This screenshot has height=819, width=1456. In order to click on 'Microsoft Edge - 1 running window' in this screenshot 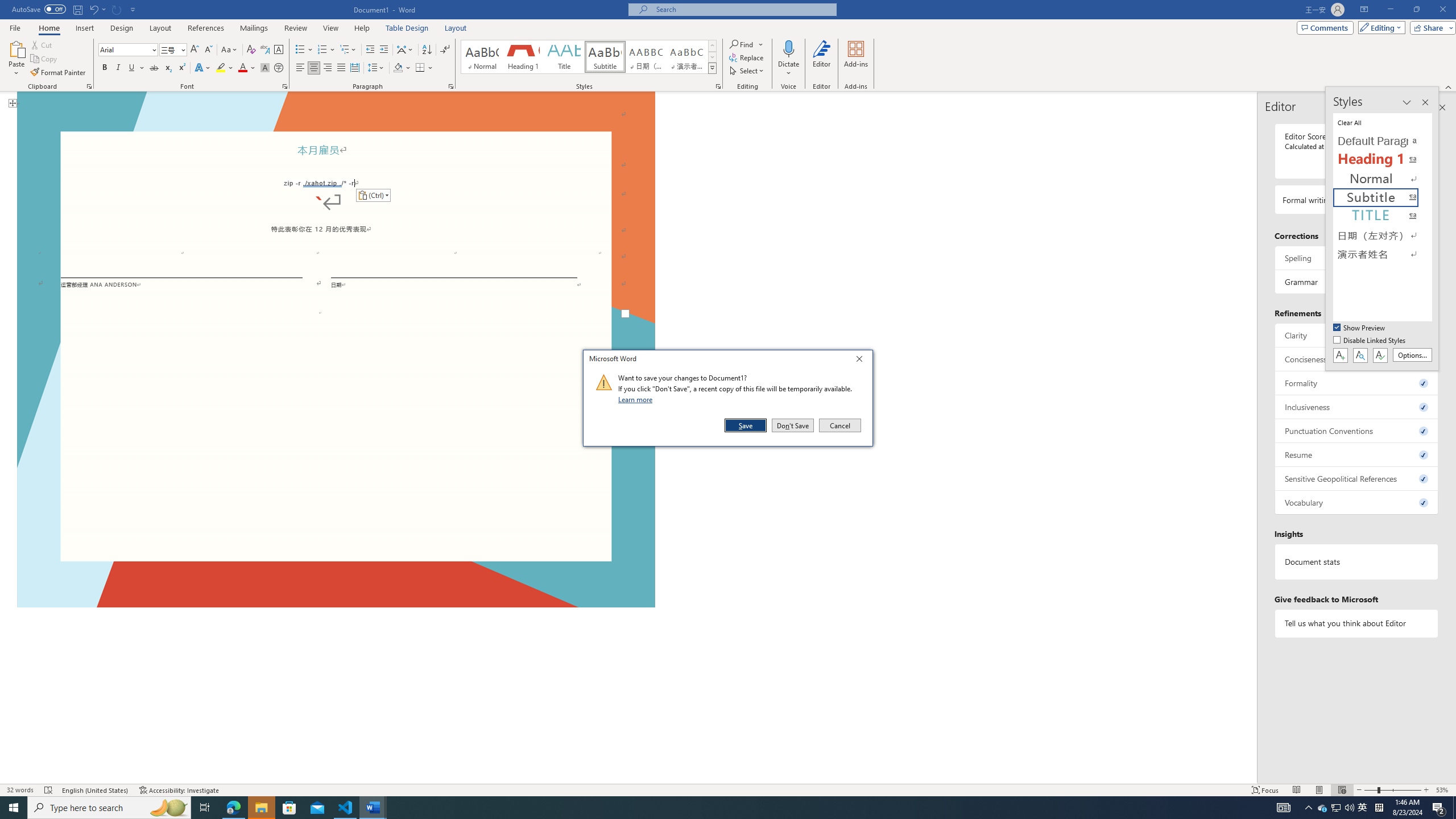, I will do `click(233, 806)`.